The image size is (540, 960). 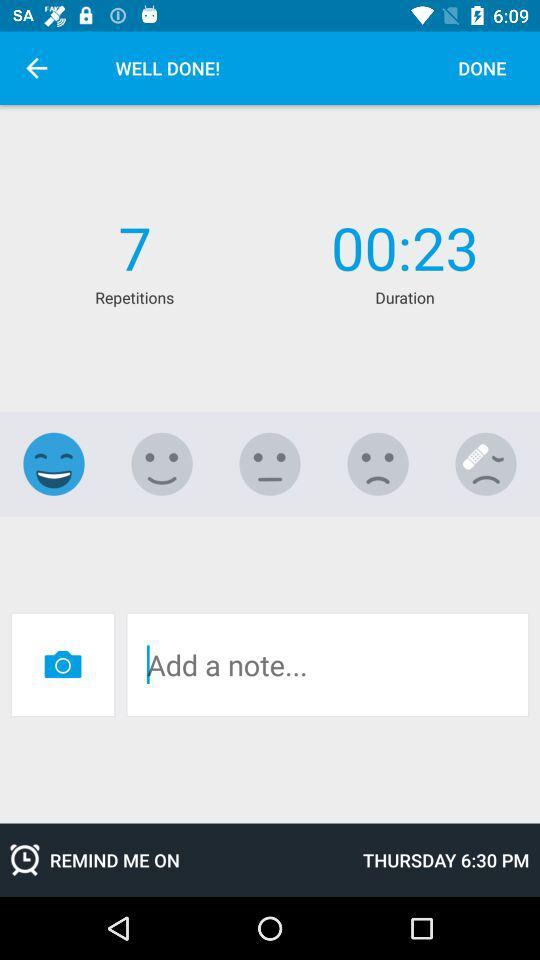 What do you see at coordinates (161, 464) in the screenshot?
I see `mildly happy emoji` at bounding box center [161, 464].